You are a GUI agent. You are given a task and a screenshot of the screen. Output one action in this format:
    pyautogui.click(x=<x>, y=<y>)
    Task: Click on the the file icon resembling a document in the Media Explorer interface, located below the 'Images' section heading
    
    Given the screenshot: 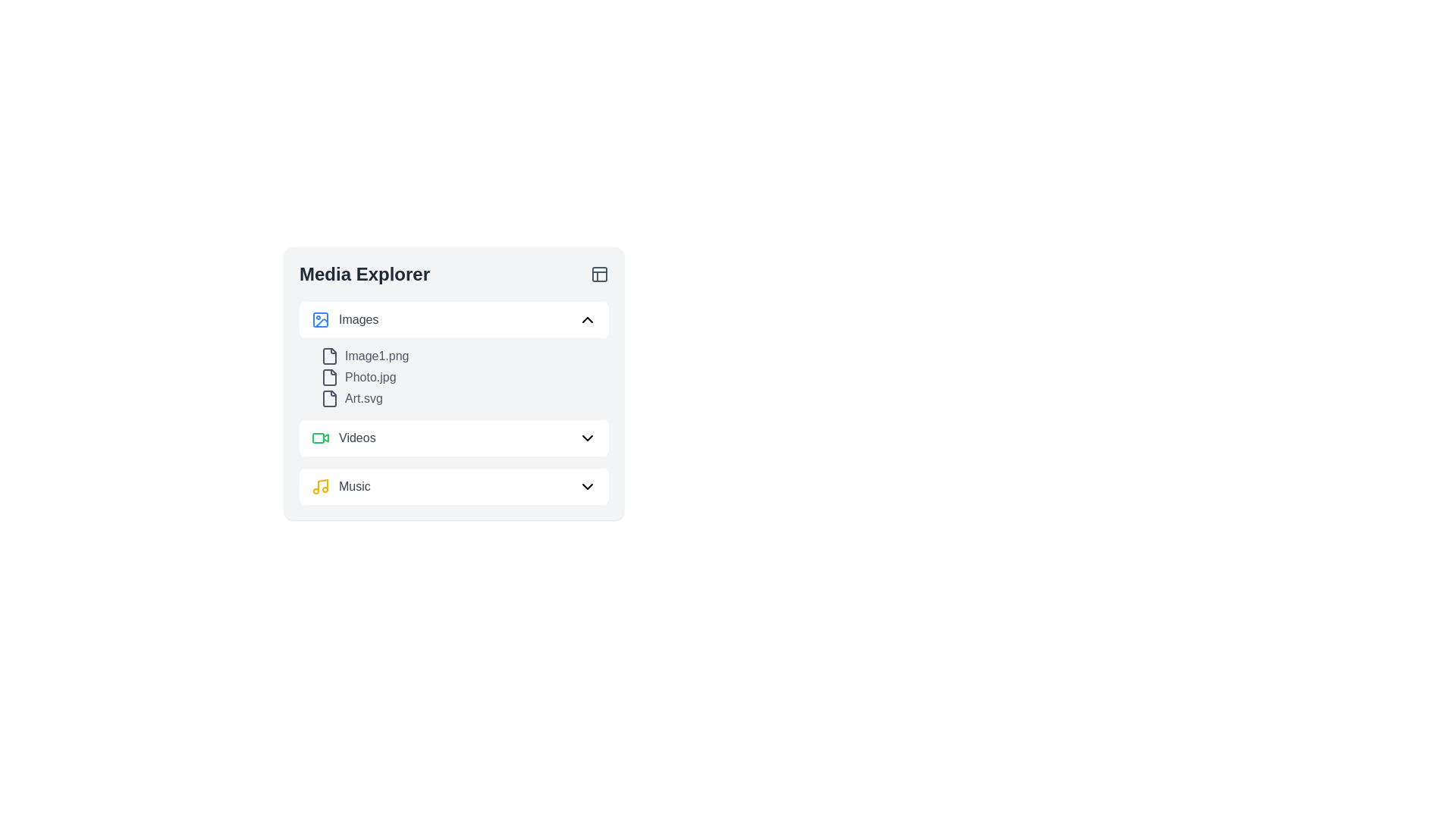 What is the action you would take?
    pyautogui.click(x=329, y=356)
    